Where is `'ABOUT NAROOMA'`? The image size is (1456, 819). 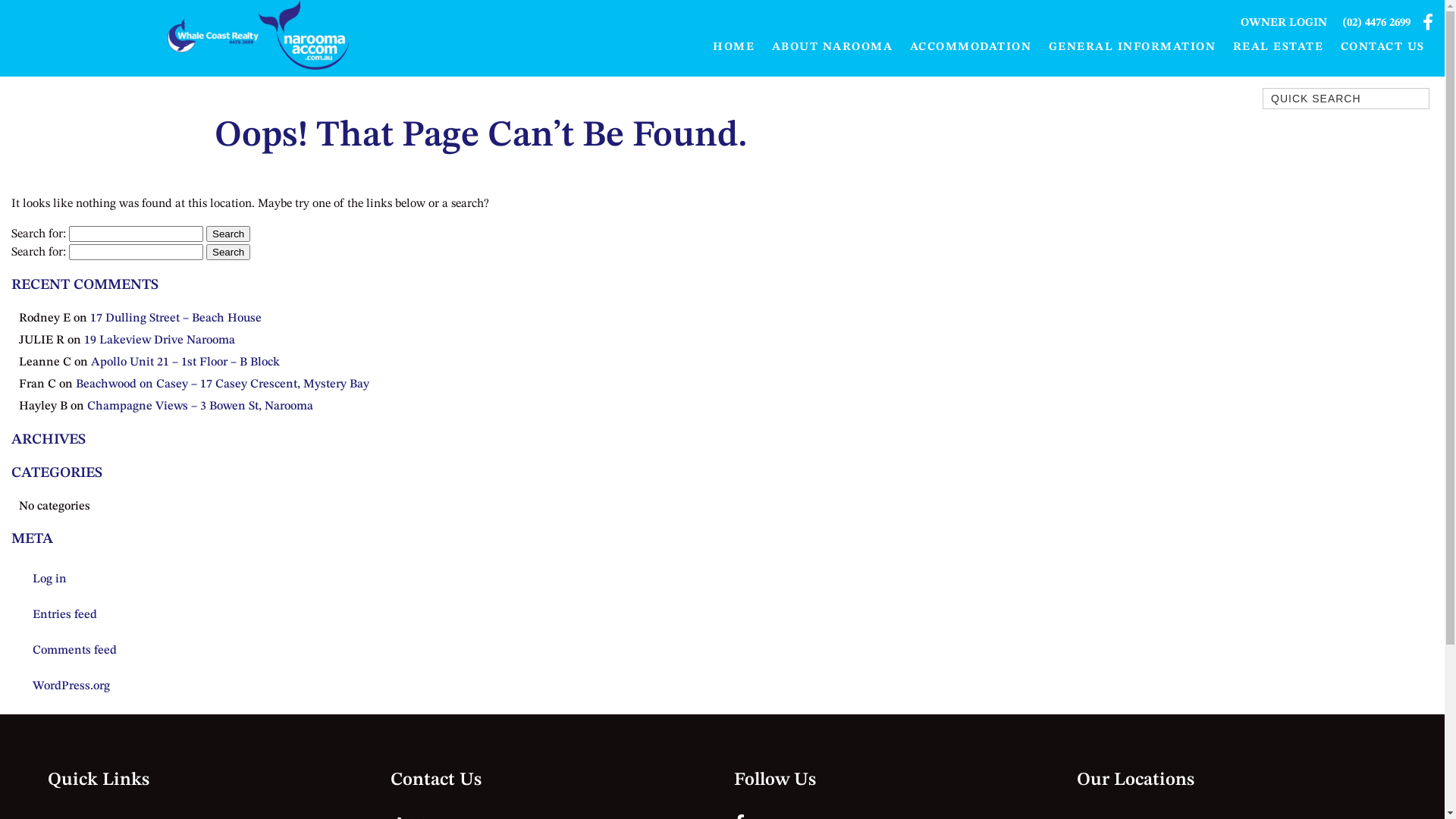
'ABOUT NAROOMA' is located at coordinates (831, 46).